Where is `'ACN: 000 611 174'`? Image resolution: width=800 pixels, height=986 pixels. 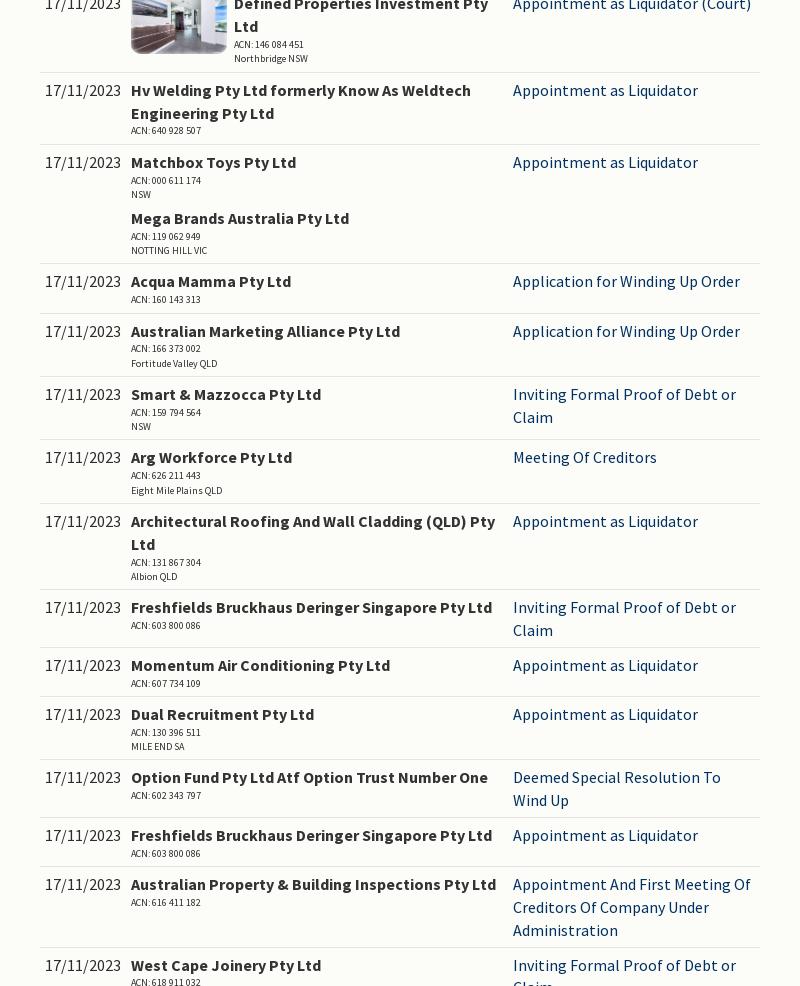 'ACN: 000 611 174' is located at coordinates (166, 178).